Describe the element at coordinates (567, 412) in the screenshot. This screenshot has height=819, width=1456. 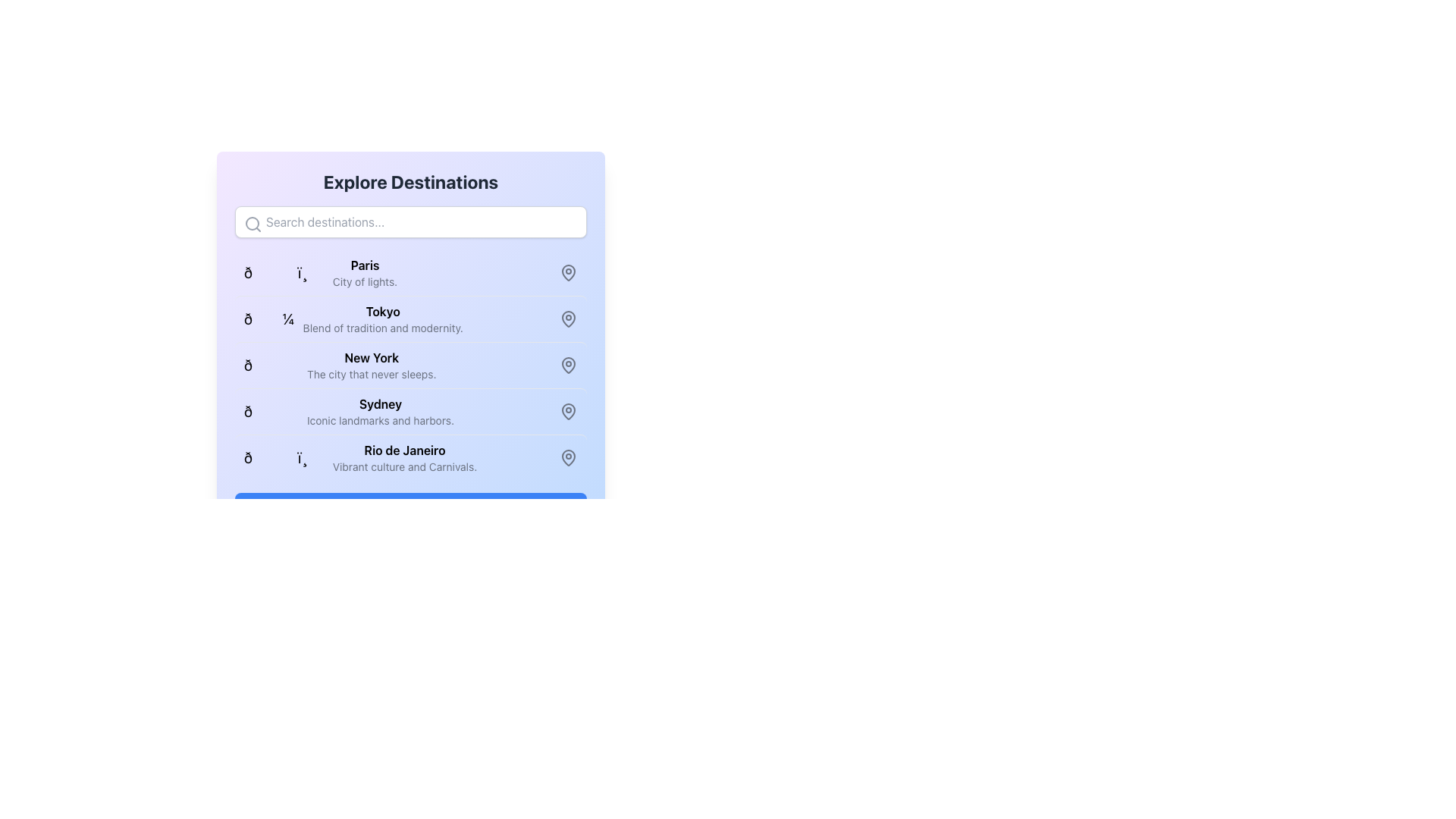
I see `the icon that signifies a location associated with 'Sydney'` at that location.